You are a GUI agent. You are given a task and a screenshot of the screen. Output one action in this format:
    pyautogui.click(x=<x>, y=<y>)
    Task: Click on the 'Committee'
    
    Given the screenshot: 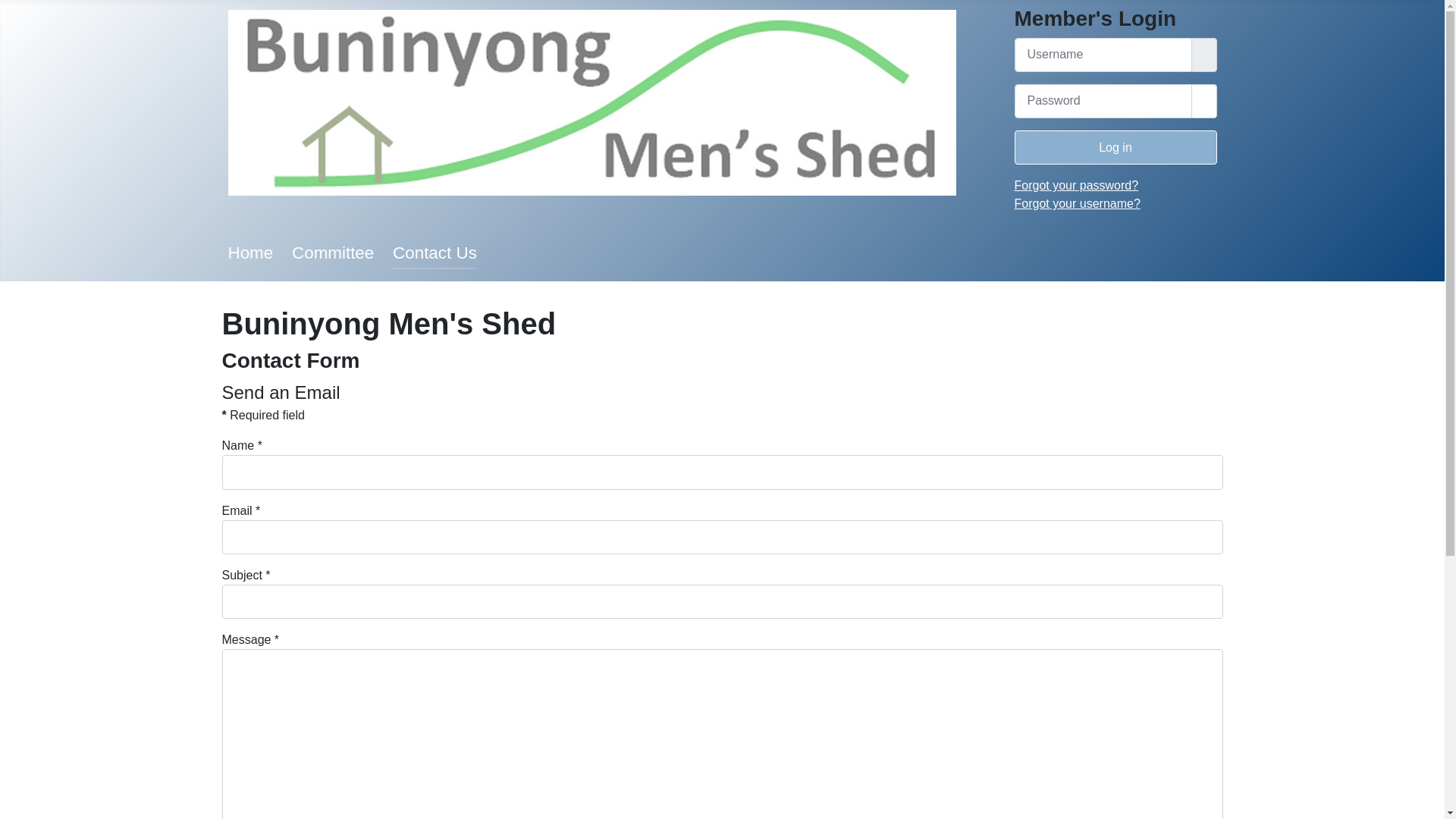 What is the action you would take?
    pyautogui.click(x=291, y=252)
    